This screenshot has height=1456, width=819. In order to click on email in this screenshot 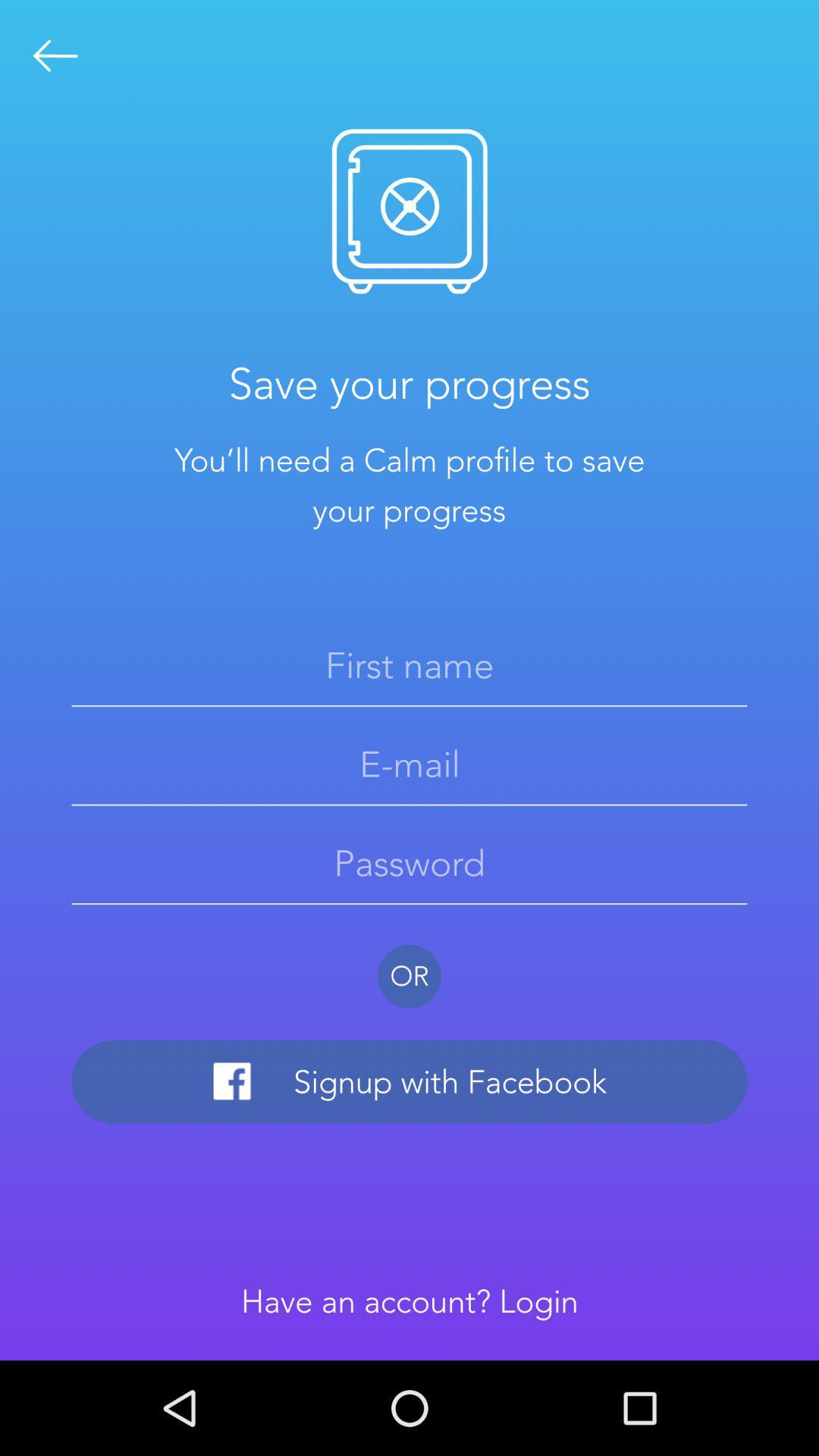, I will do `click(409, 764)`.